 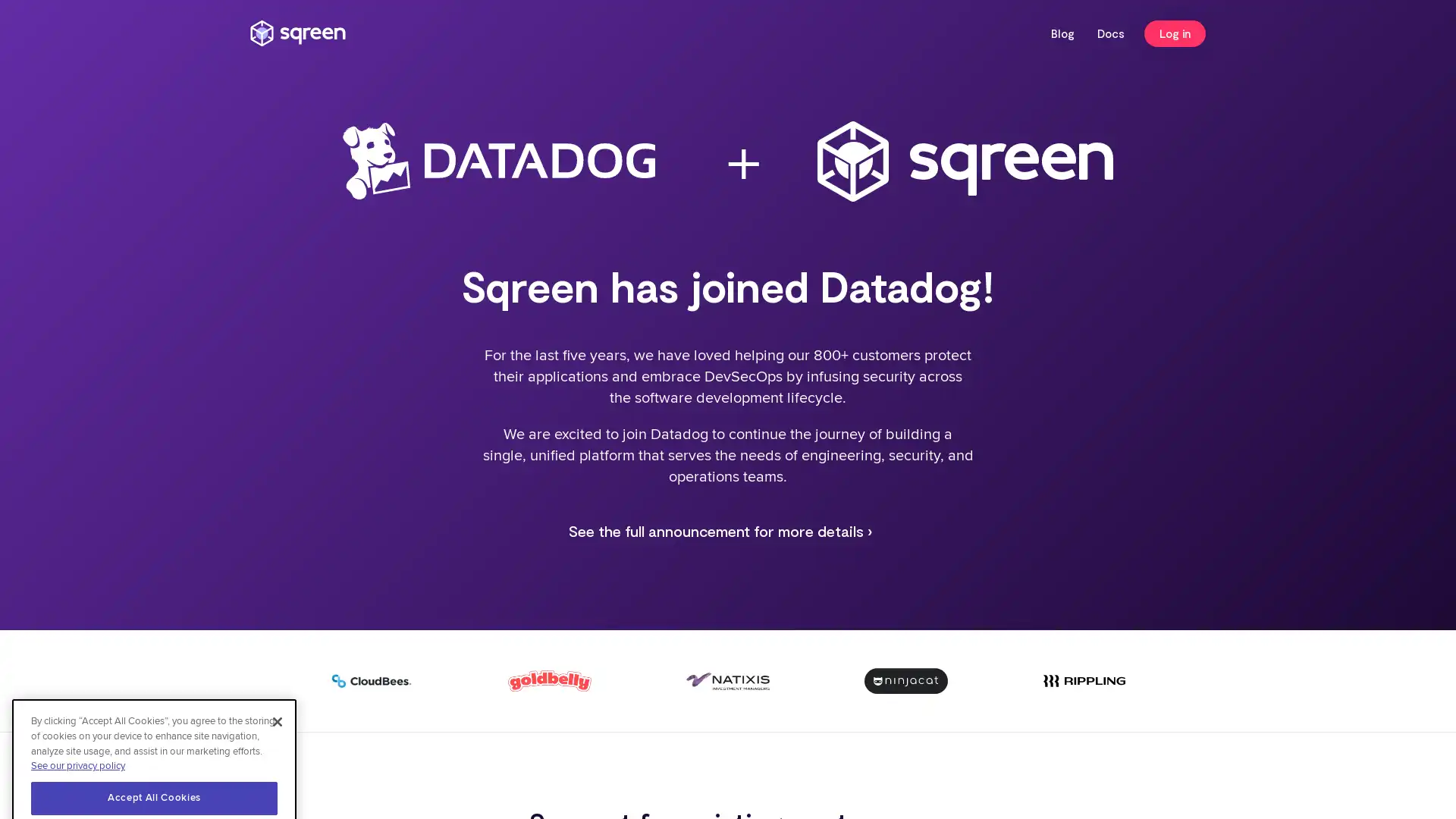 I want to click on Reject All, so click(x=154, y=762).